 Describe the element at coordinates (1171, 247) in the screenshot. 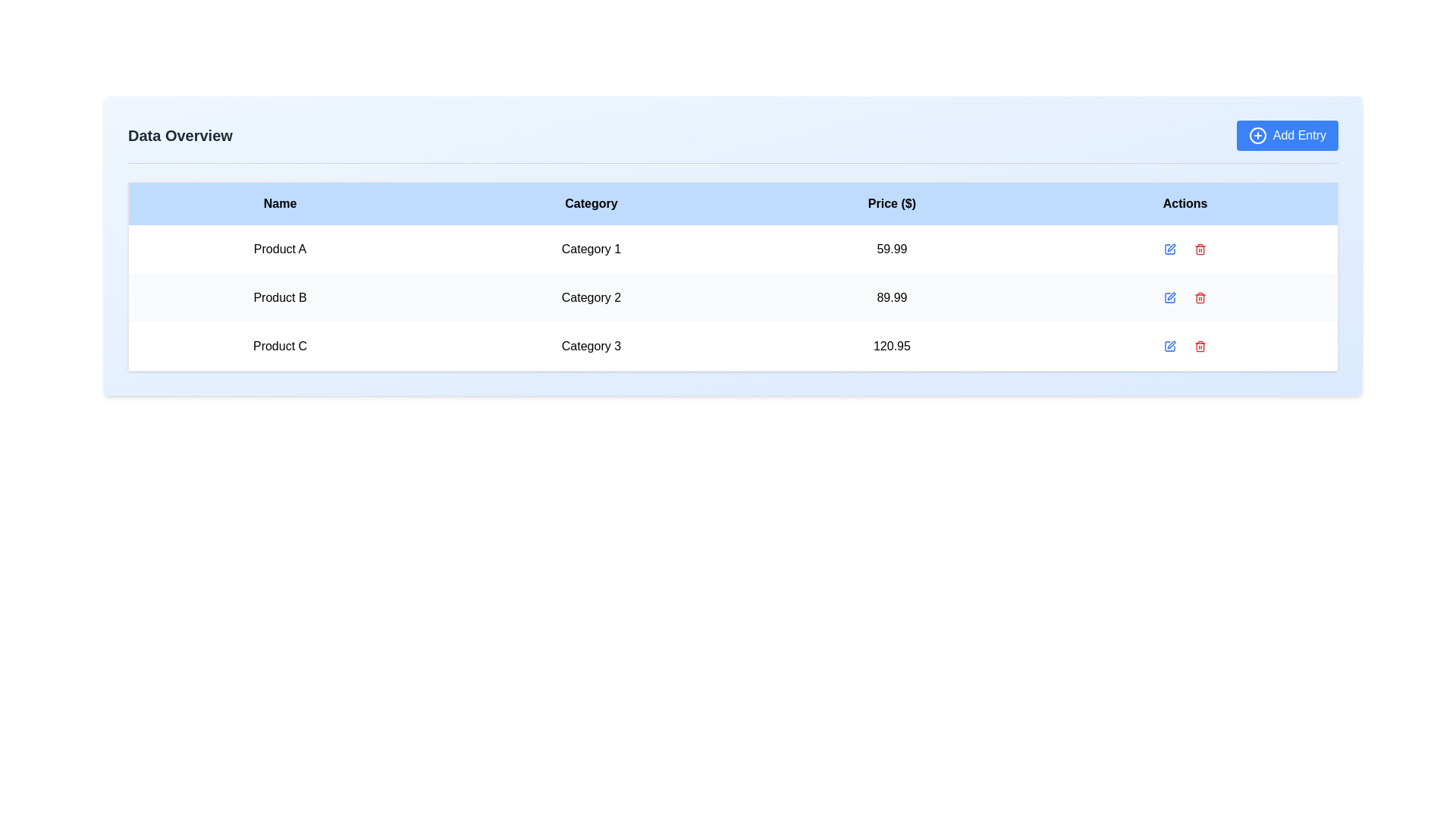

I see `the icon component in the 'Actions' column of the first row, which is a pen-like shape within a square outline, following 'Product A'` at that location.